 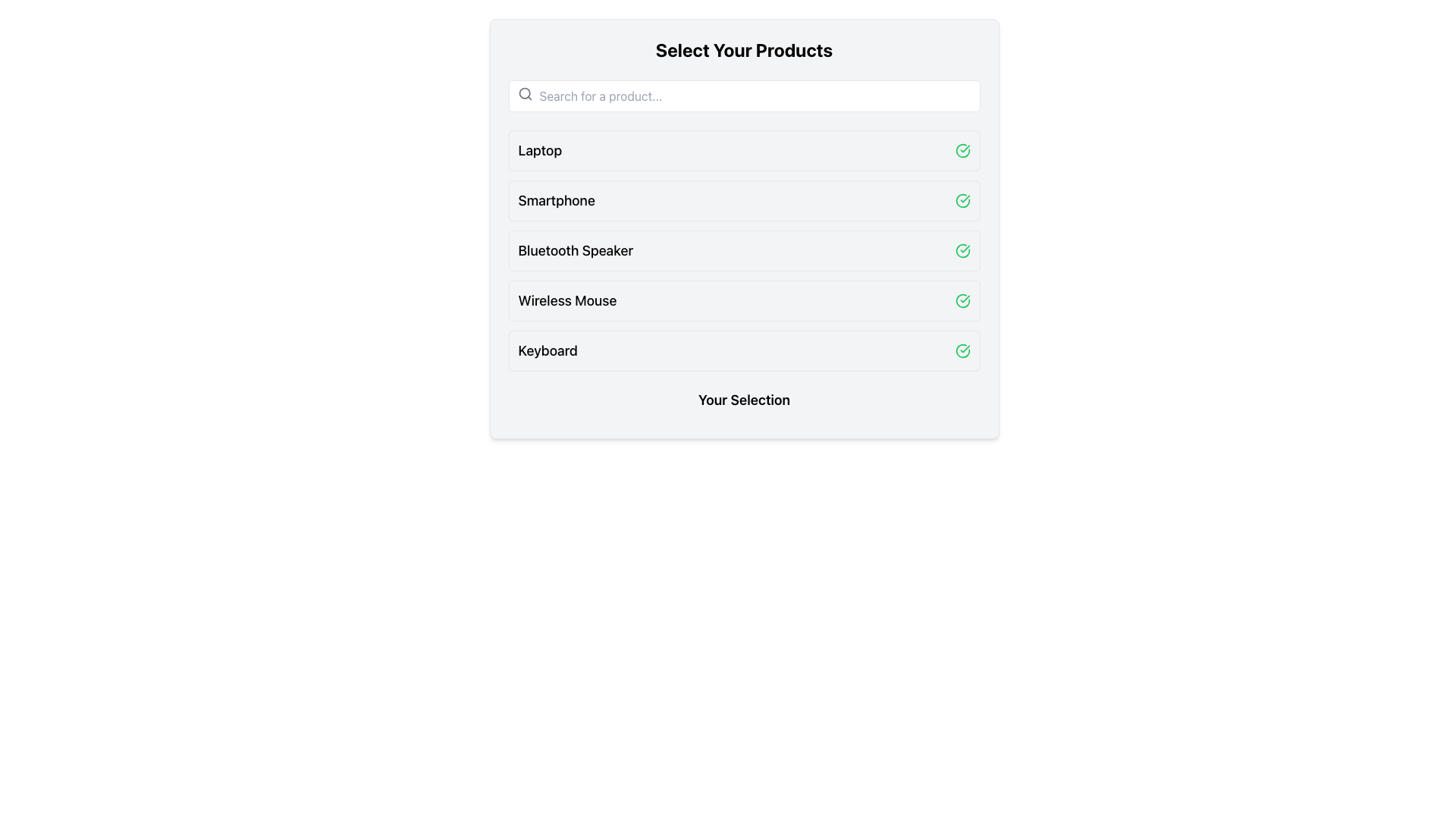 What do you see at coordinates (962, 350) in the screenshot?
I see `the green circular icon with a check mark inside, located to the right of the text 'Keyboard', to deselect the item` at bounding box center [962, 350].